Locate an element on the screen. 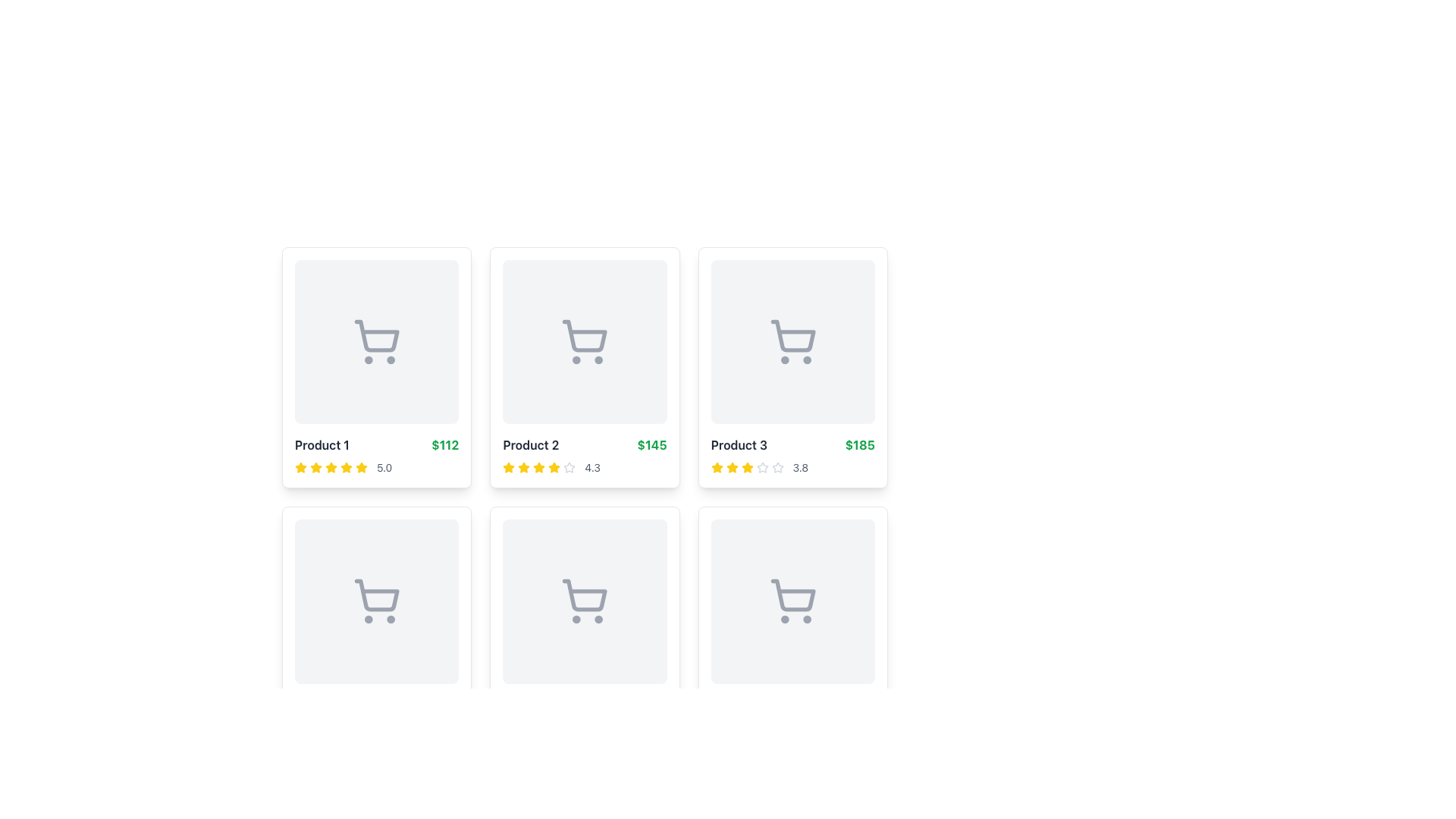  the text displaying the average rating of 'Product 3', located in the rating section to the right of the star icons is located at coordinates (799, 467).